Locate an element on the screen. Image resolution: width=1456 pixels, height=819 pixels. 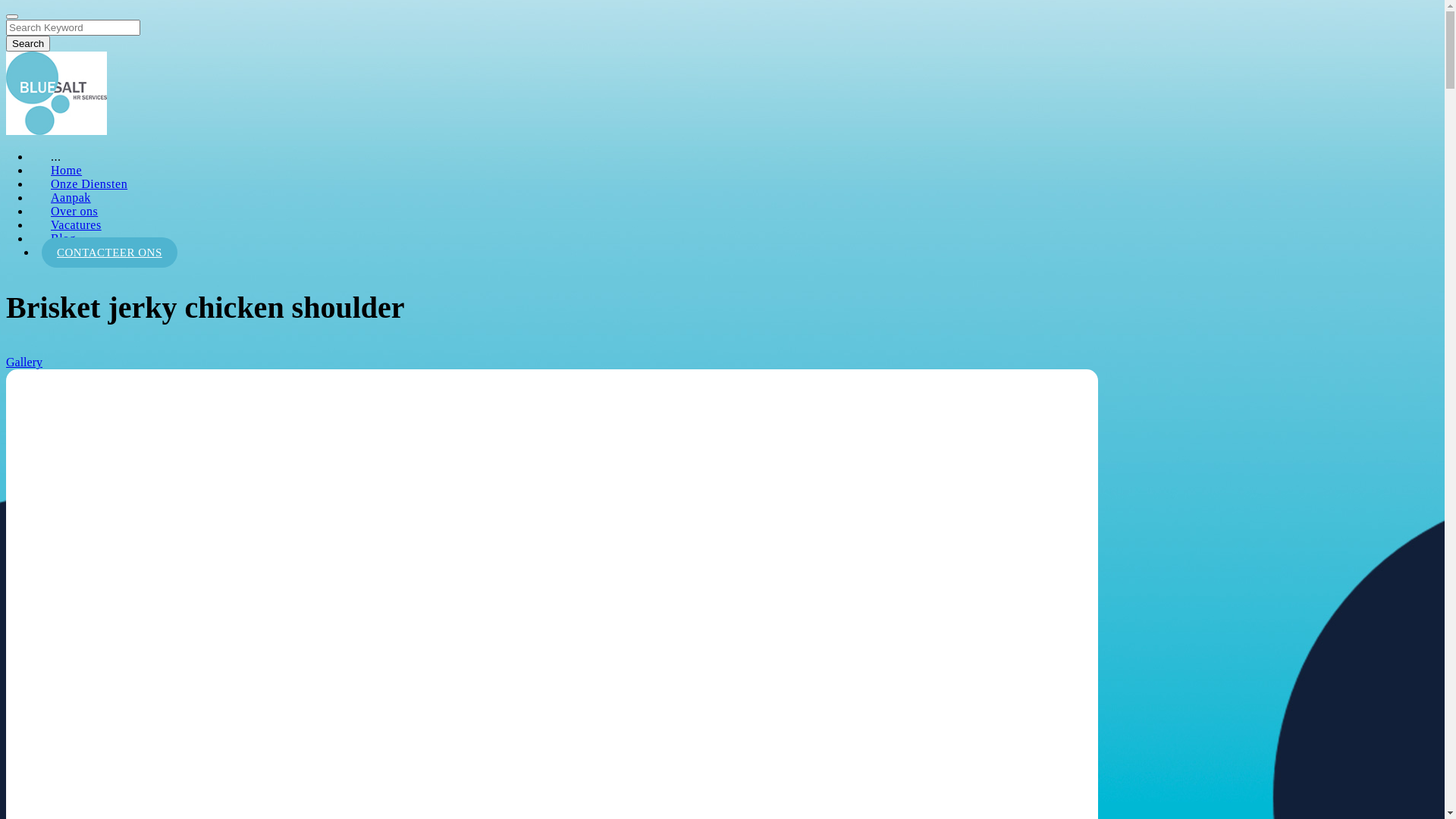
'Home' is located at coordinates (65, 170).